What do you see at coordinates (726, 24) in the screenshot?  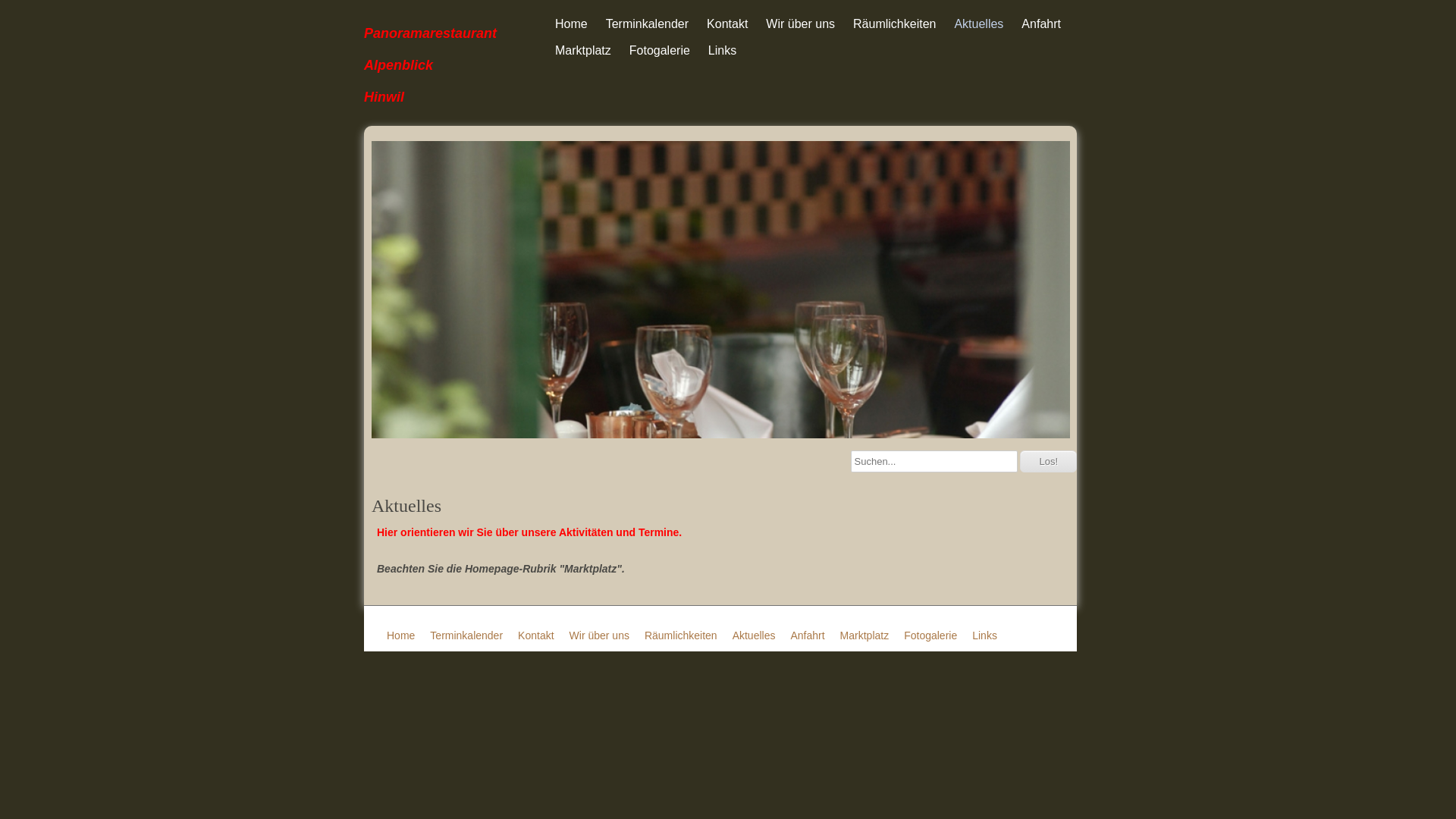 I see `'Kontakt'` at bounding box center [726, 24].